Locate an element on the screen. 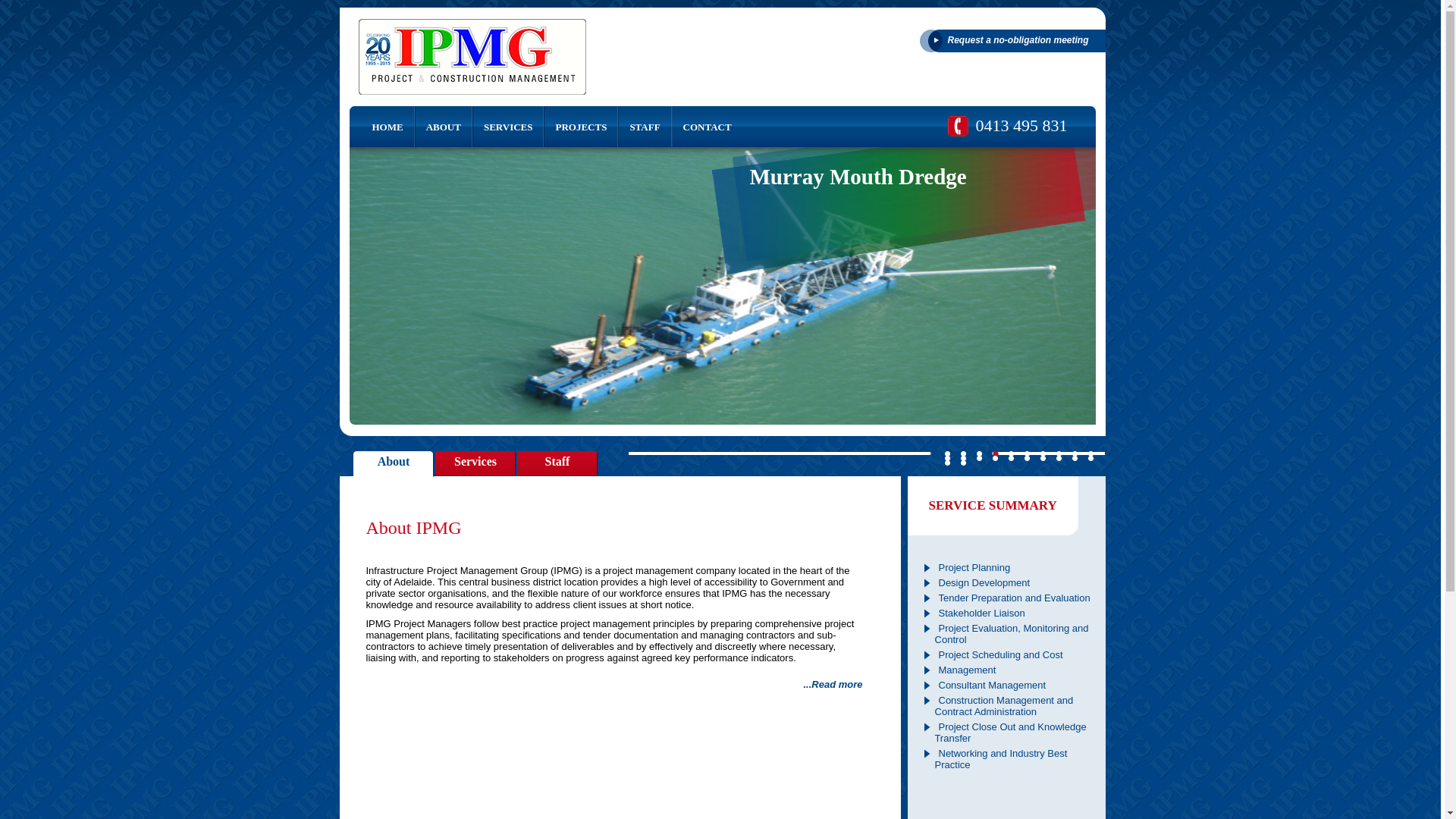 The height and width of the screenshot is (819, 1456). '...Read more' is located at coordinates (802, 684).